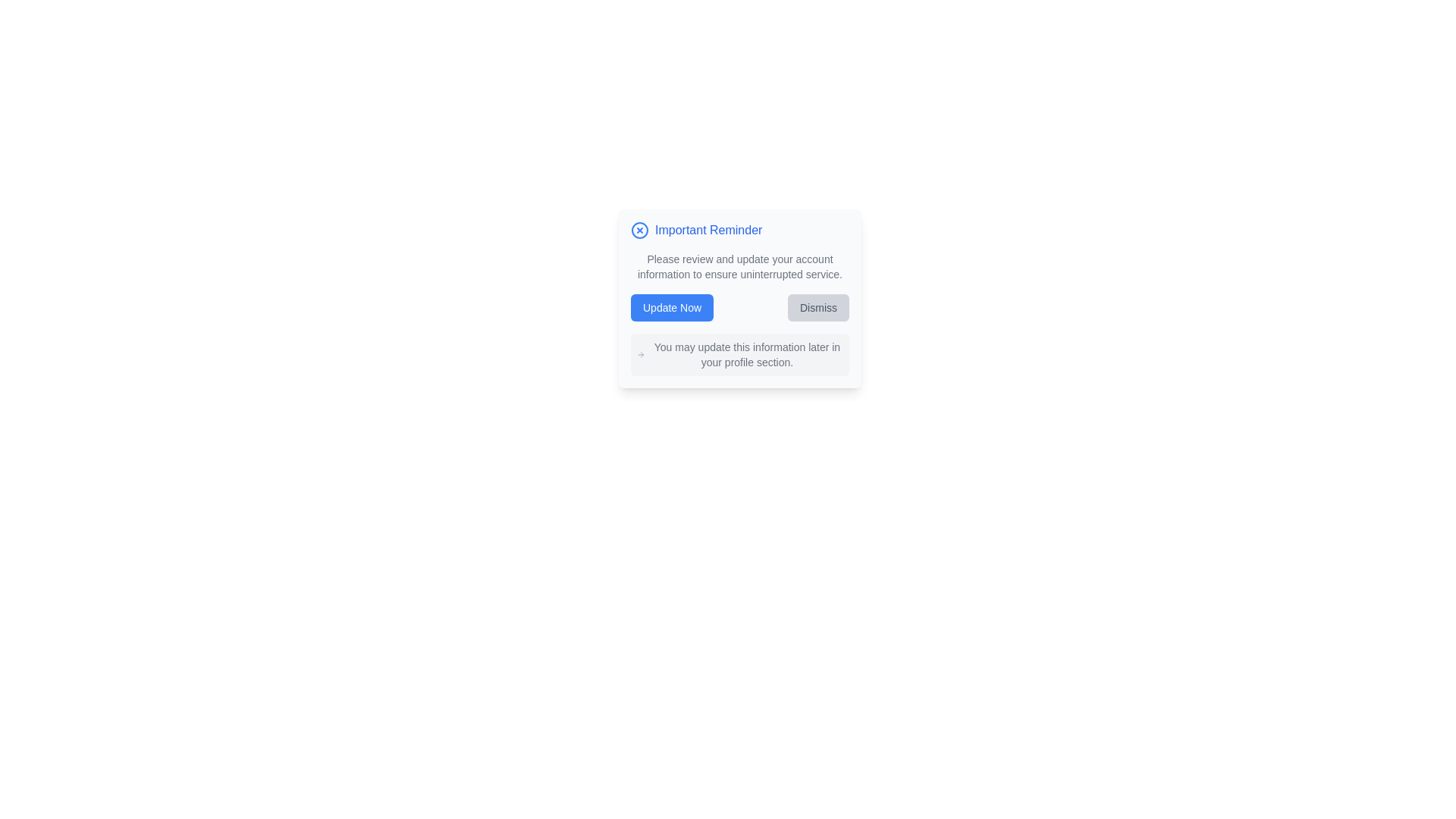 The width and height of the screenshot is (1456, 819). I want to click on the dismiss button located on the right side of the 'Important Reminder' section, so click(817, 307).